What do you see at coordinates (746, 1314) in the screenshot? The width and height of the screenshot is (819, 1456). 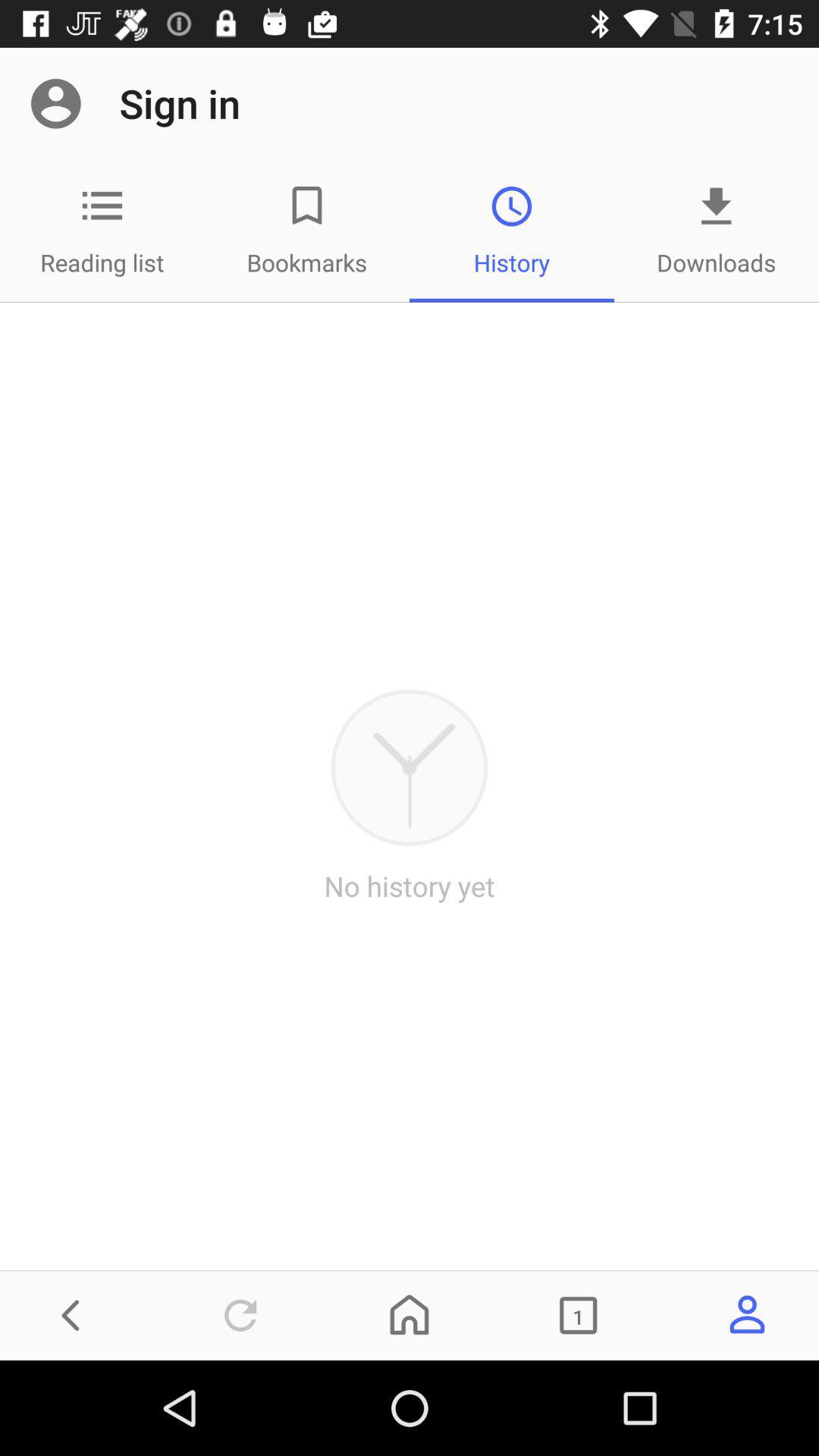 I see `the avatar icon` at bounding box center [746, 1314].